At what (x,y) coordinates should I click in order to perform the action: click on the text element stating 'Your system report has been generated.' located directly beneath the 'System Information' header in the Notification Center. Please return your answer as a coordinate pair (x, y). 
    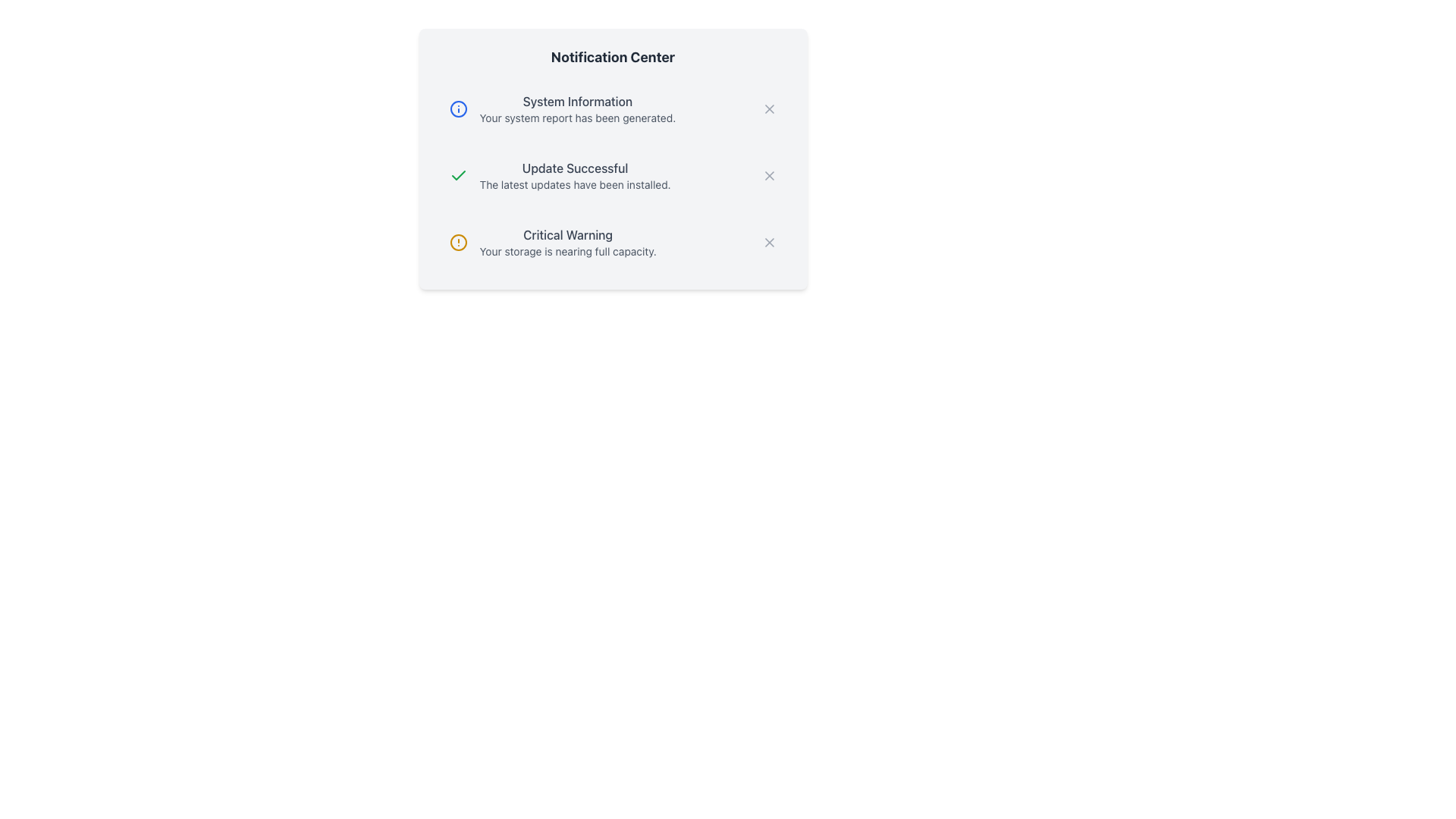
    Looking at the image, I should click on (576, 117).